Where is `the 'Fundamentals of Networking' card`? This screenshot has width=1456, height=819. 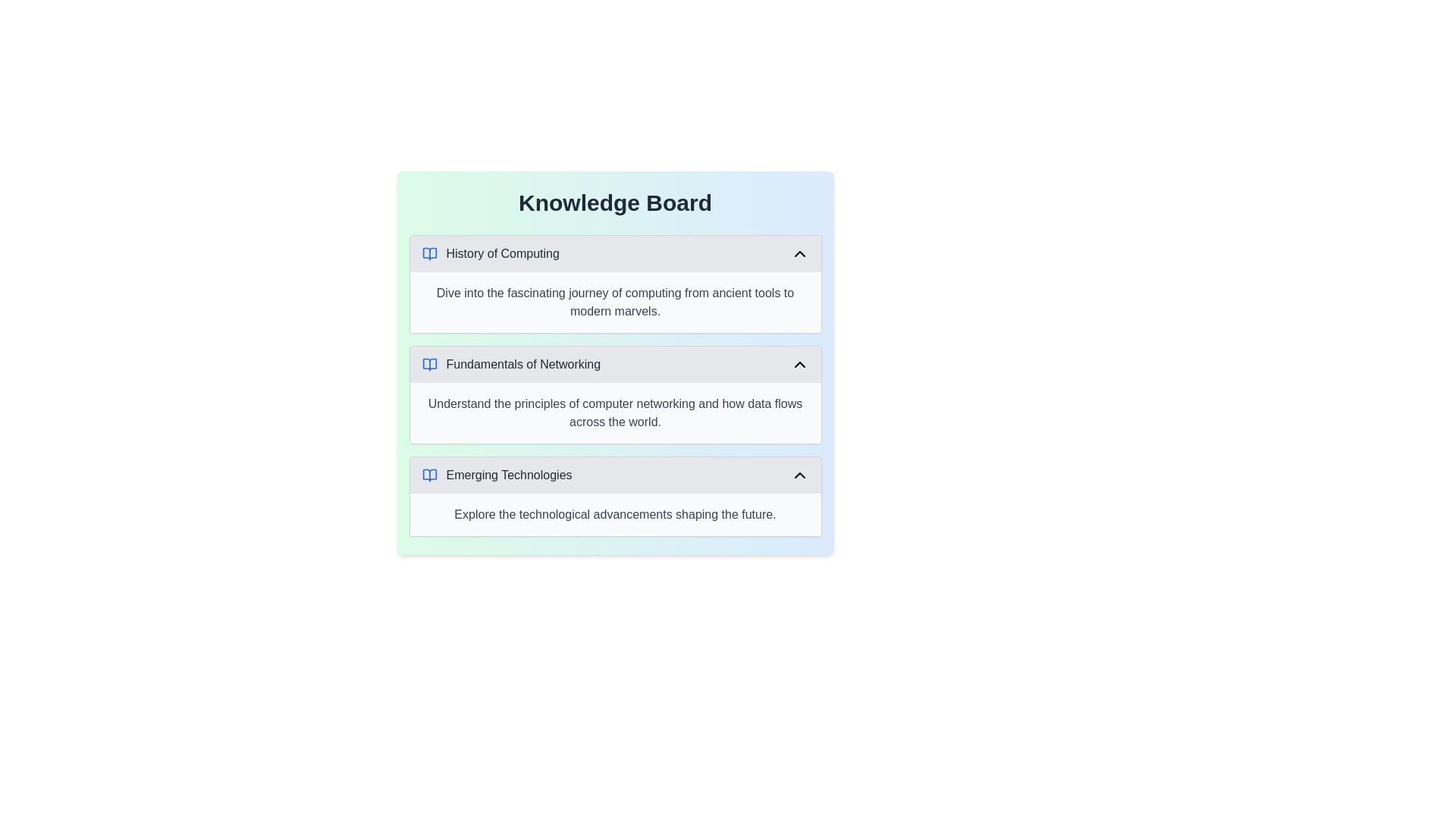
the 'Fundamentals of Networking' card is located at coordinates (615, 394).